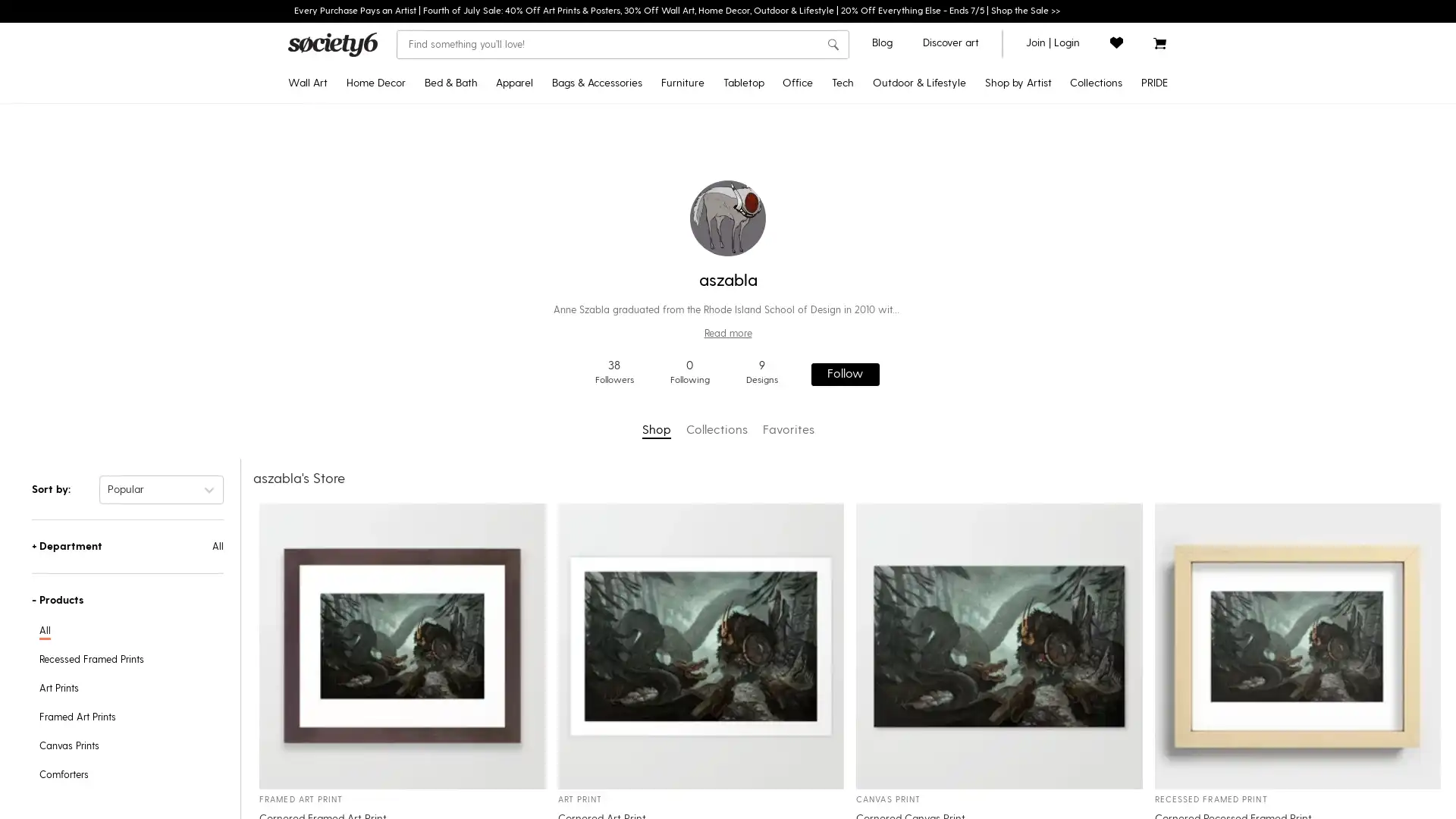  I want to click on Stationery Cards, so click(835, 317).